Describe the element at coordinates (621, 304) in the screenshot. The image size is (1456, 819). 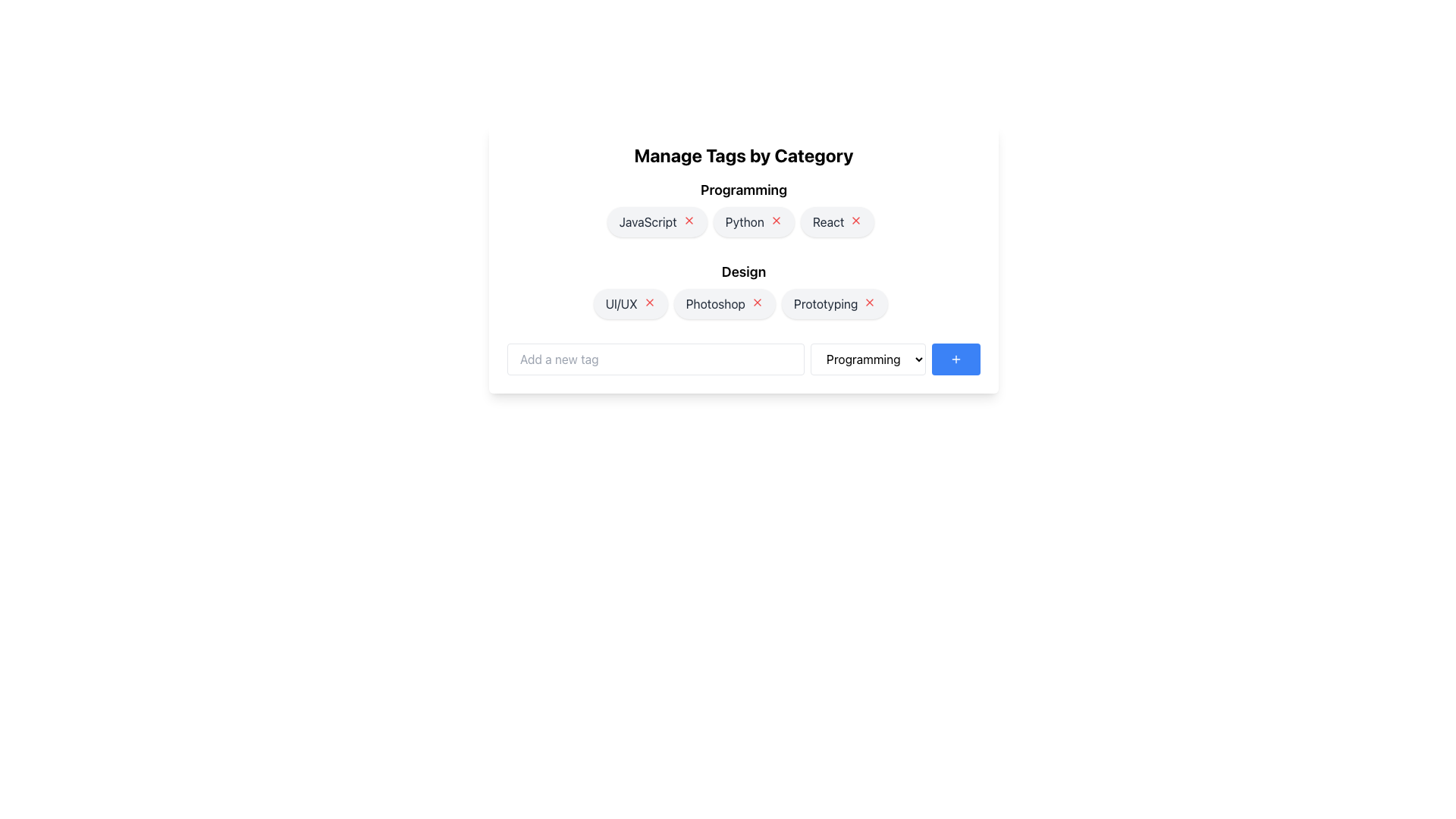
I see `the text label displaying 'UI/UX' within the 'Design' category section, styled in dark text on a light background, and positioned as the first tag item to the left of 'Photoshop' and 'Prototyping'` at that location.